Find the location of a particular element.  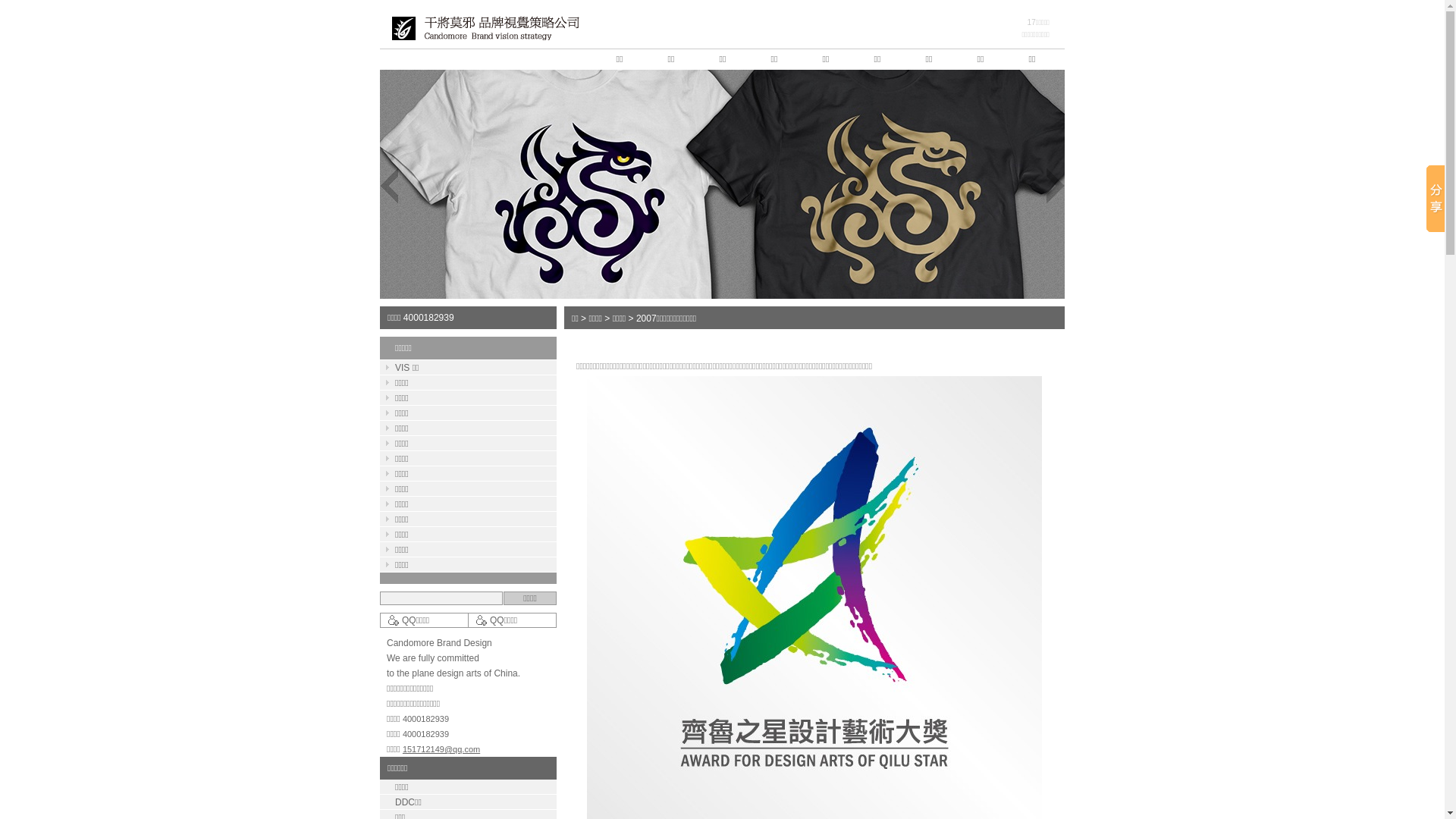

'151712149@qq.com' is located at coordinates (440, 748).